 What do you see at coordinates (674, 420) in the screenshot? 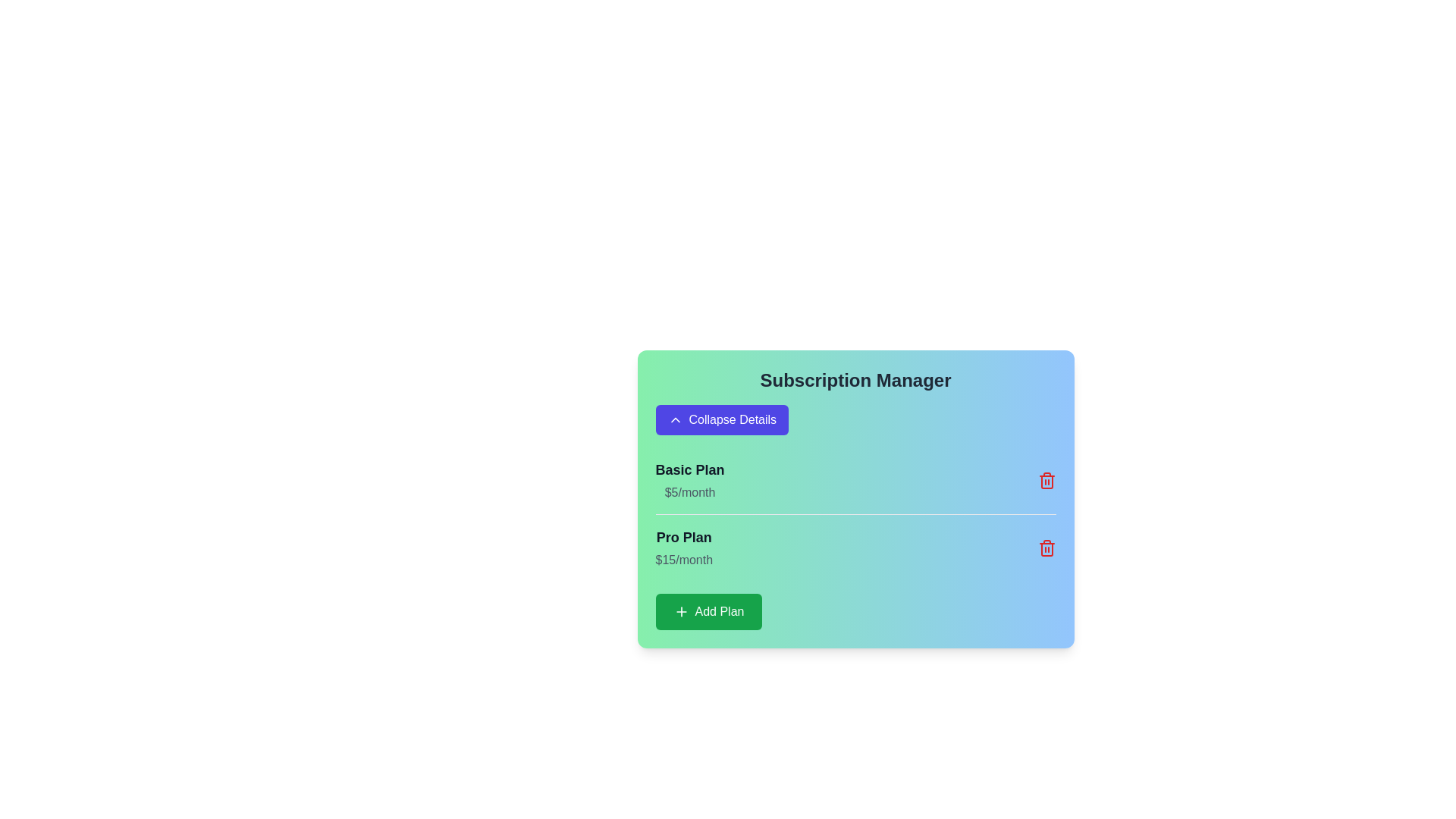
I see `the chevron-up icon, which is white and located to the left of the 'Collapse Details' button in the subscription management interface` at bounding box center [674, 420].